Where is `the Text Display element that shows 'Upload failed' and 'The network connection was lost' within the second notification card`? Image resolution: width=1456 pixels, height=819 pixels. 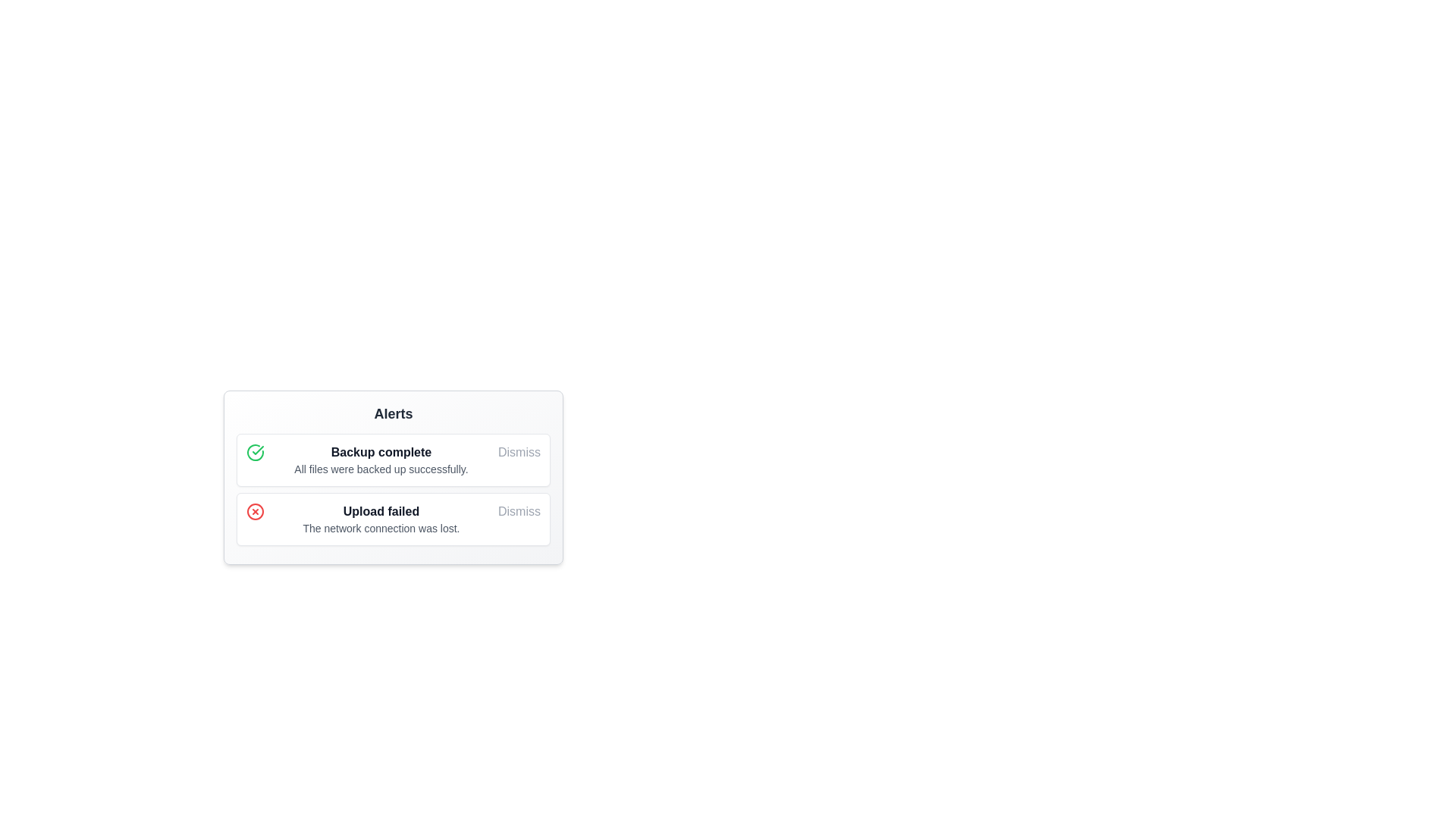
the Text Display element that shows 'Upload failed' and 'The network connection was lost' within the second notification card is located at coordinates (381, 519).